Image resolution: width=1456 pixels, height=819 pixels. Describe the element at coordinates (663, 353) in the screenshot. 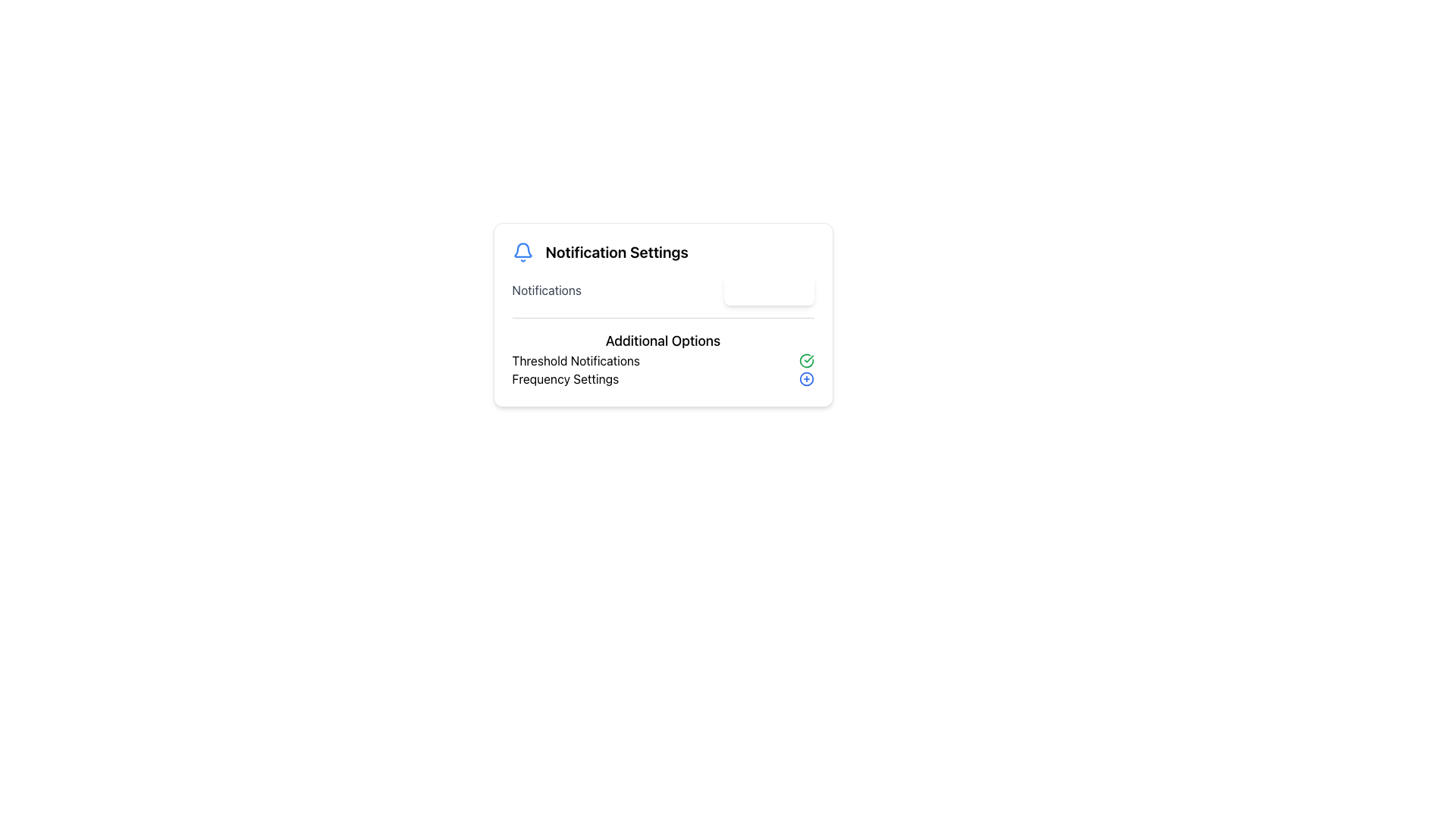

I see `text content of the Settings block located in the 'Notification Settings' section, positioned below the 'Notifications' toggle option` at that location.